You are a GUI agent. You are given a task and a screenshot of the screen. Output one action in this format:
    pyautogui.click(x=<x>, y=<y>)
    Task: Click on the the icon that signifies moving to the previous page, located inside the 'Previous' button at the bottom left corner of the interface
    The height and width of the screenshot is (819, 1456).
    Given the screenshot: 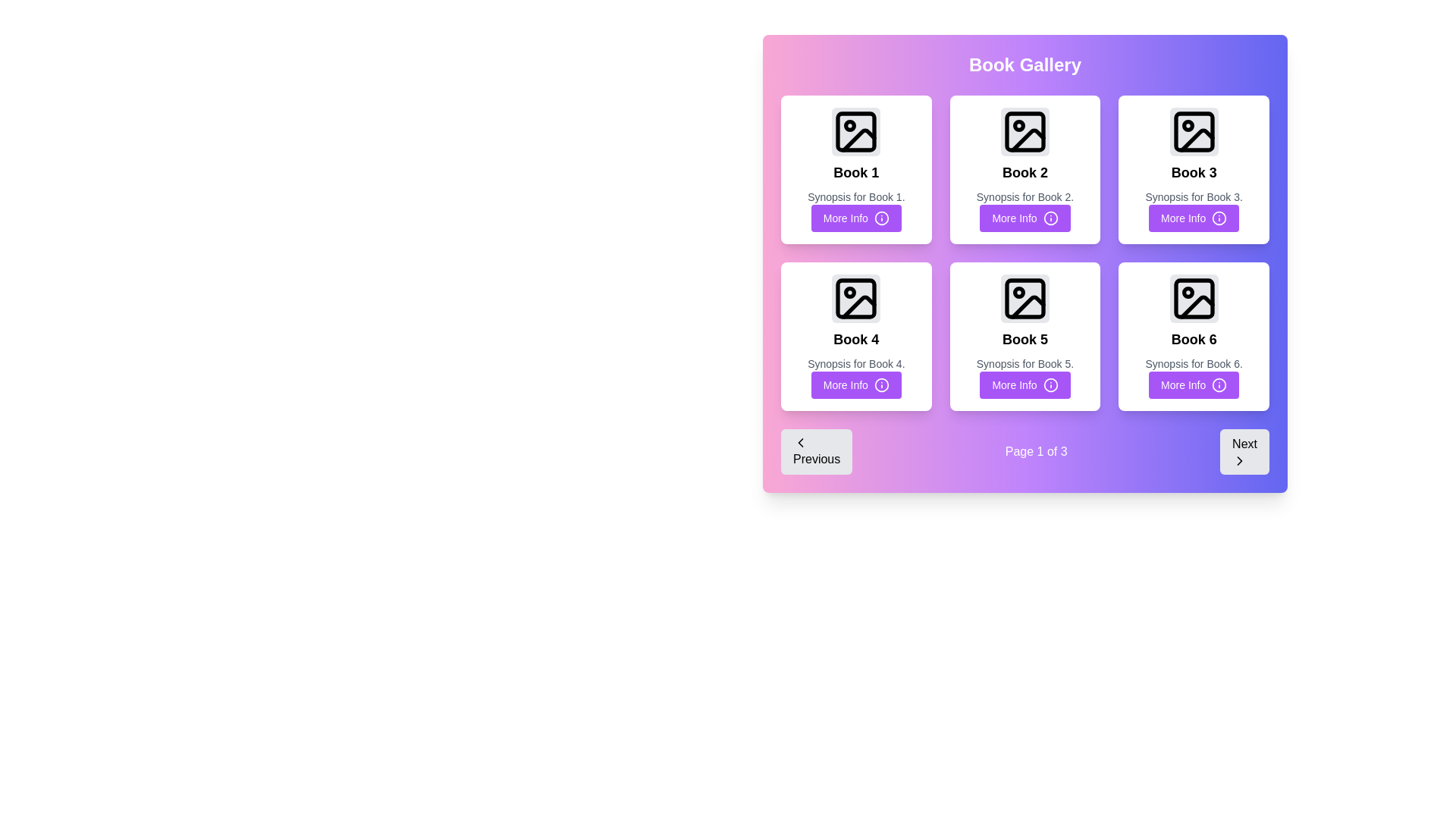 What is the action you would take?
    pyautogui.click(x=800, y=442)
    